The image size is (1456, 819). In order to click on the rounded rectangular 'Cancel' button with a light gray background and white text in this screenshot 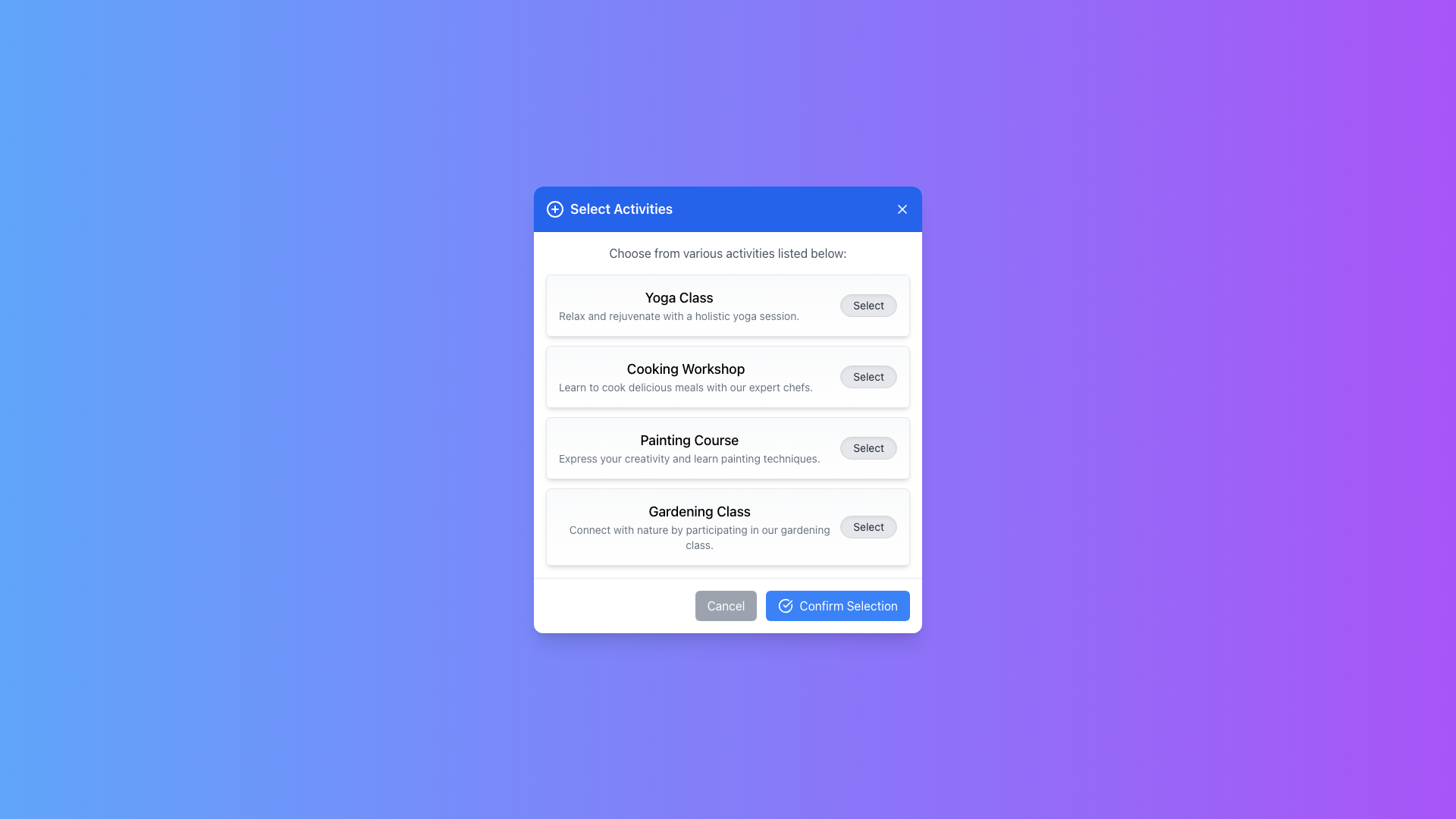, I will do `click(724, 604)`.